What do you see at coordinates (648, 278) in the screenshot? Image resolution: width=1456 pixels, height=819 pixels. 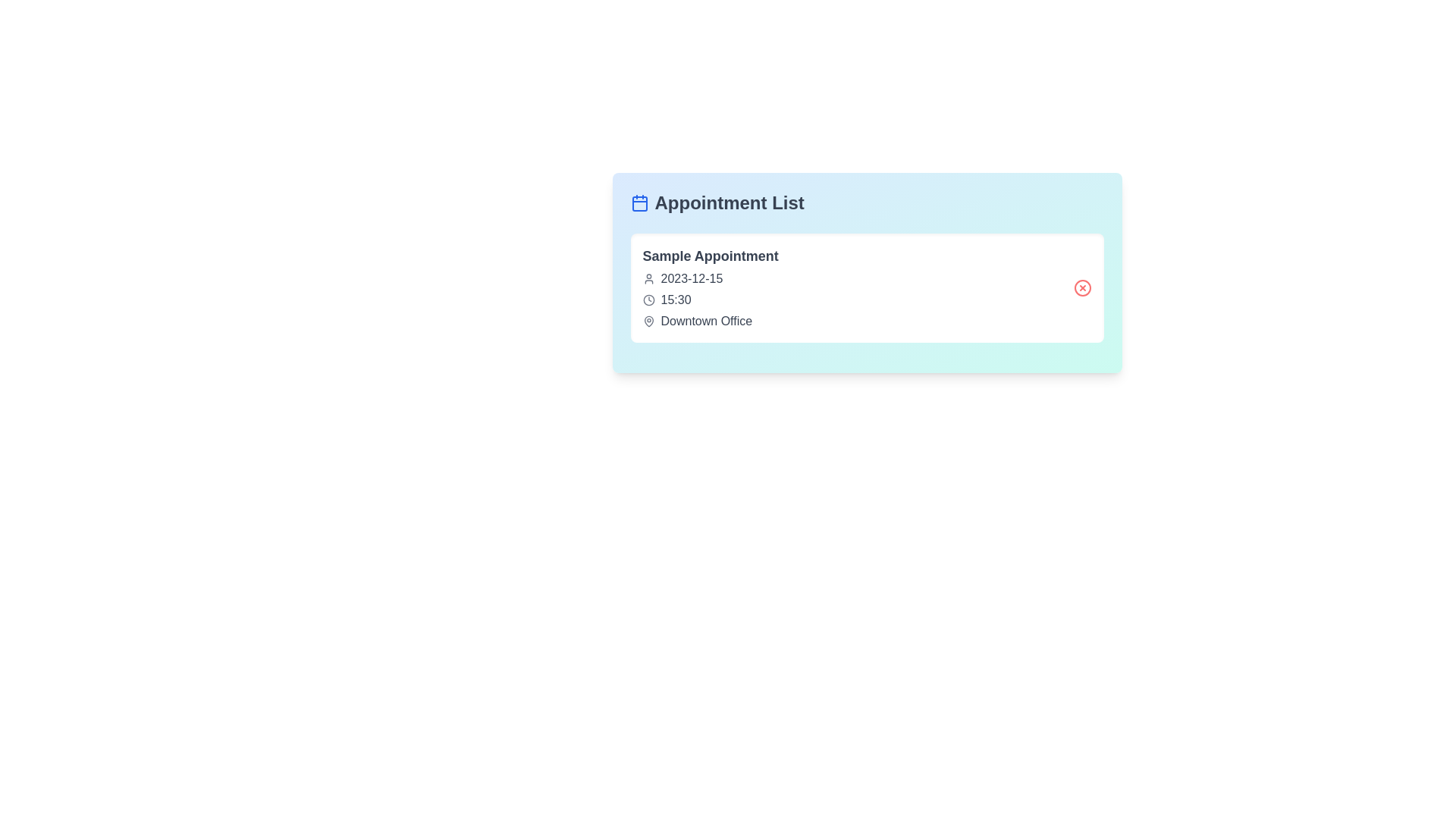 I see `the user silhouette icon, which is a gray minimalist design located to the left of the date '2023-12-15'` at bounding box center [648, 278].